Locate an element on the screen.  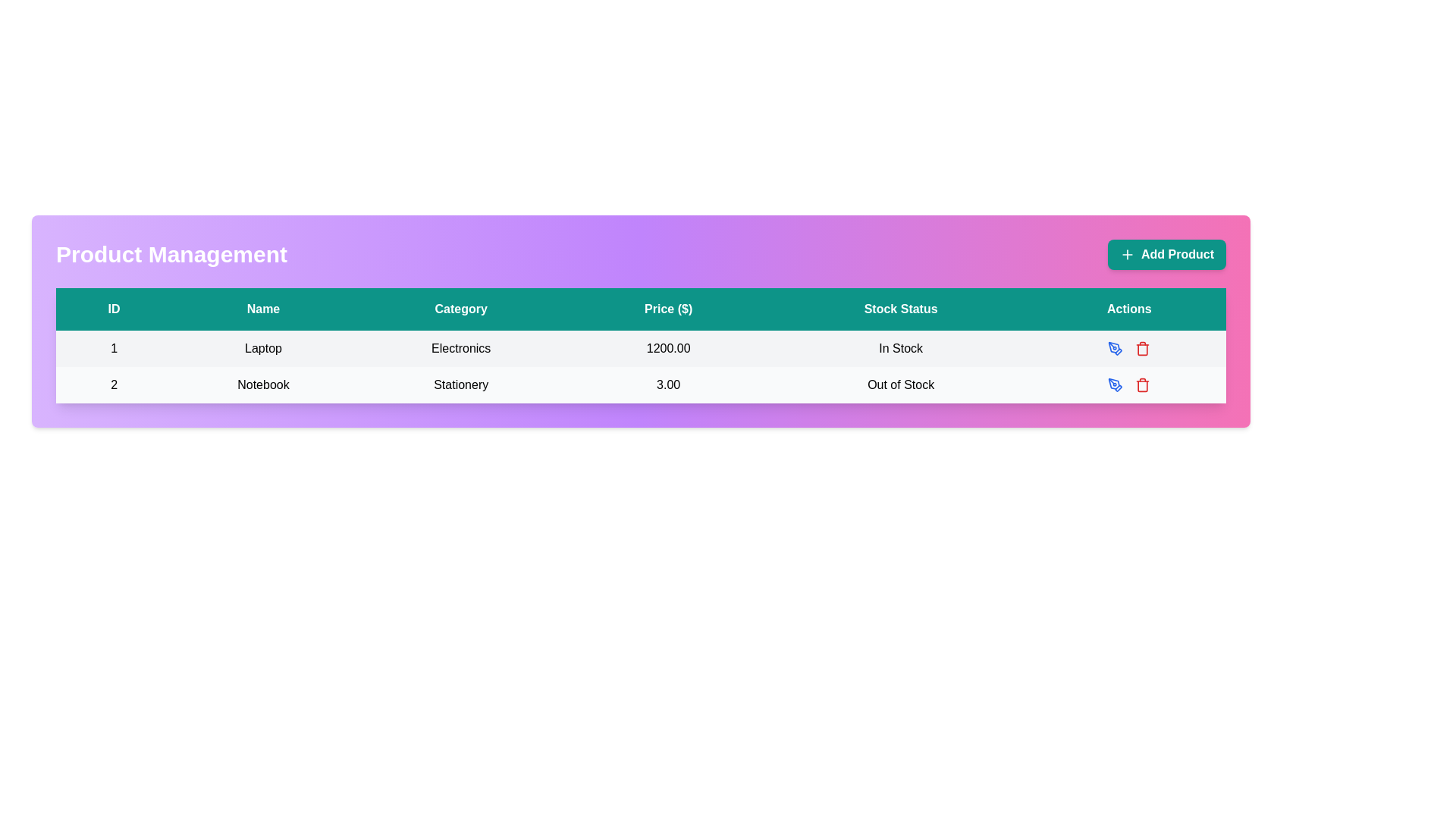
the red trash can icon located at the right end of the first row in the 'Actions' column of the table is located at coordinates (1128, 348).